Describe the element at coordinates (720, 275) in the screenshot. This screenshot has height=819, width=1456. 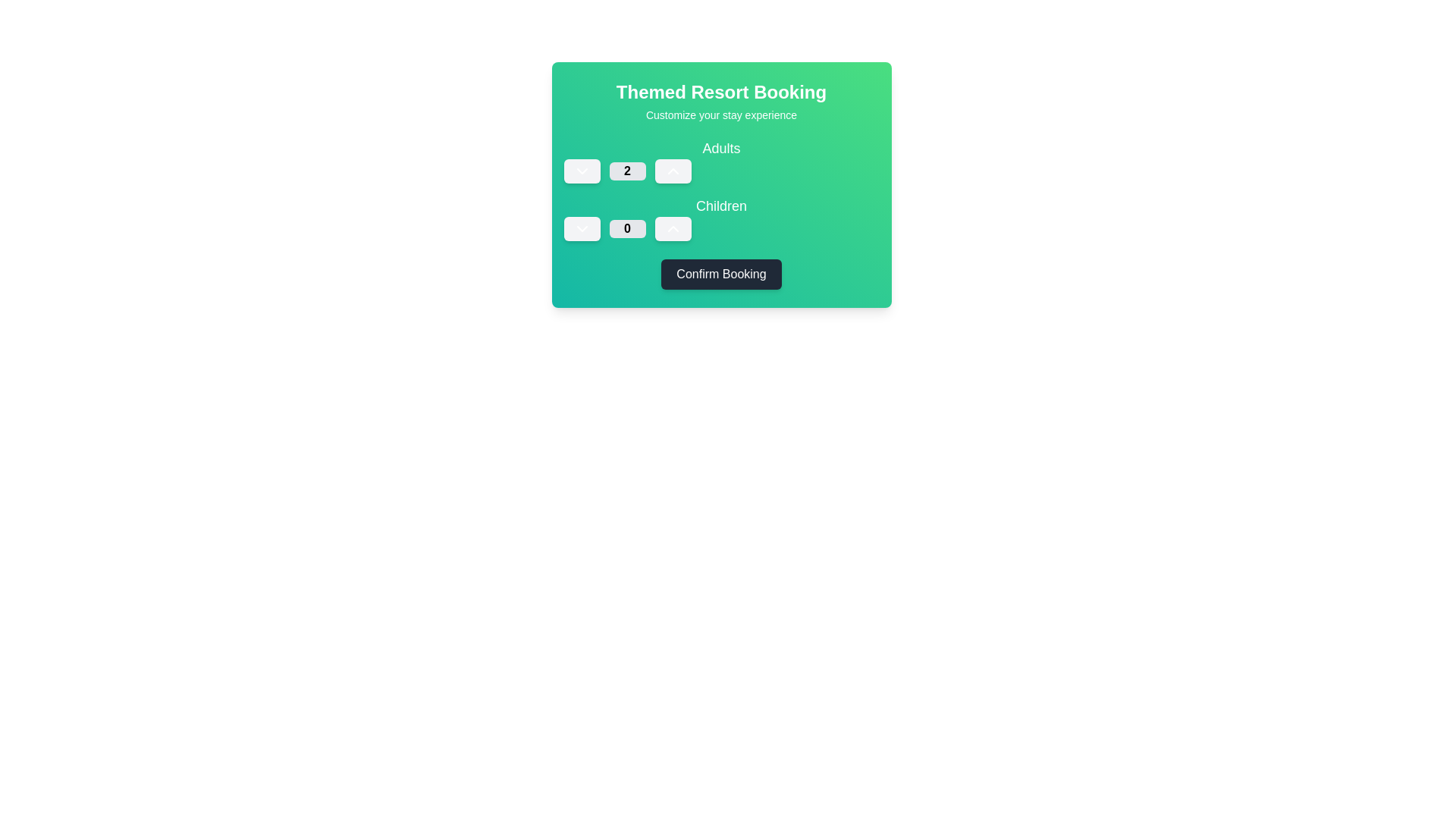
I see `the confirm booking button located centrally at the bottom of the 'Themed Resort Booking' card interface to finalize the booking parameters` at that location.